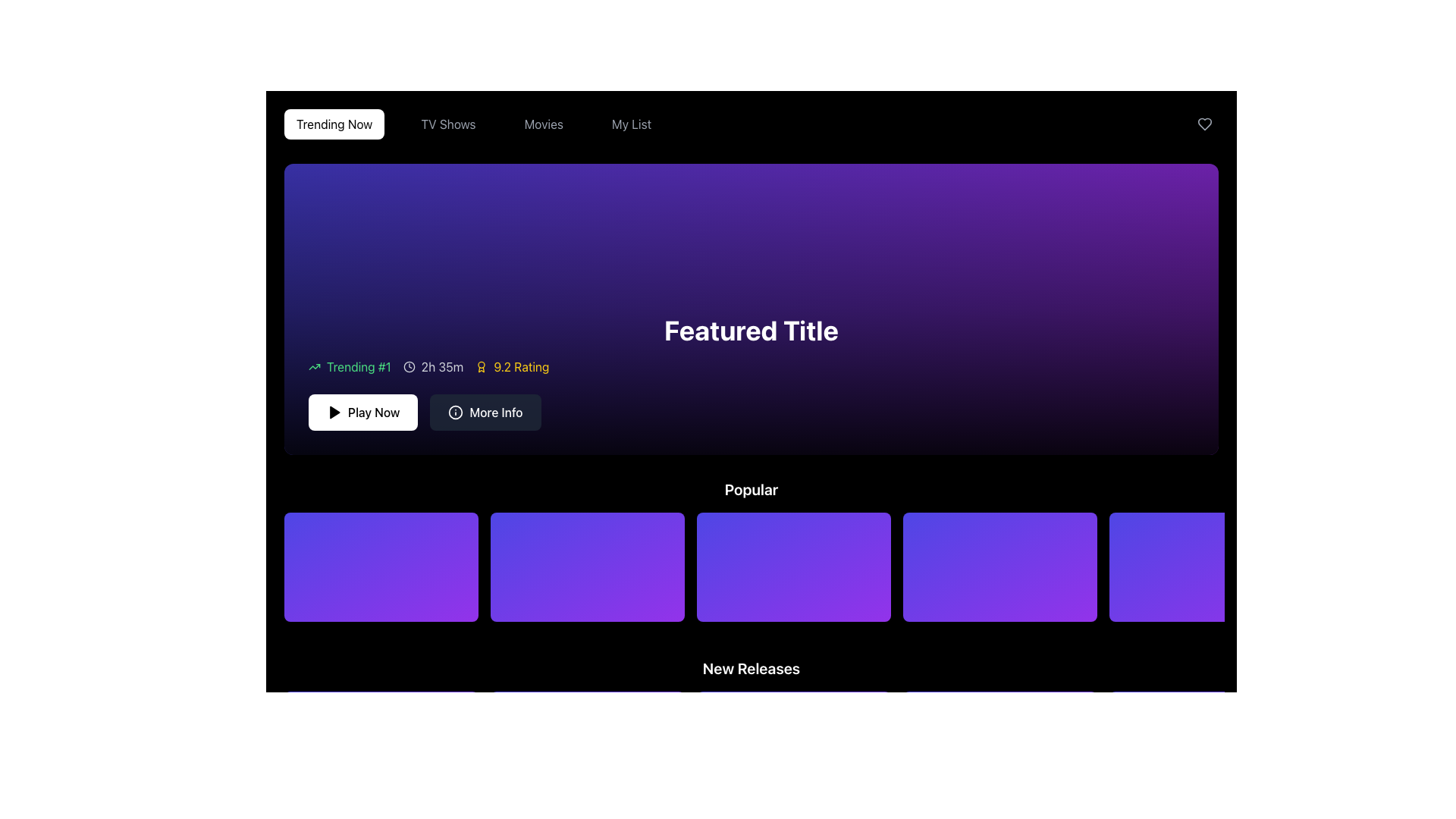 The height and width of the screenshot is (819, 1456). Describe the element at coordinates (349, 366) in the screenshot. I see `the ranking indicator label with icon that signifies the item is currently trending and ranked first, located below the 'Featured Title'` at that location.